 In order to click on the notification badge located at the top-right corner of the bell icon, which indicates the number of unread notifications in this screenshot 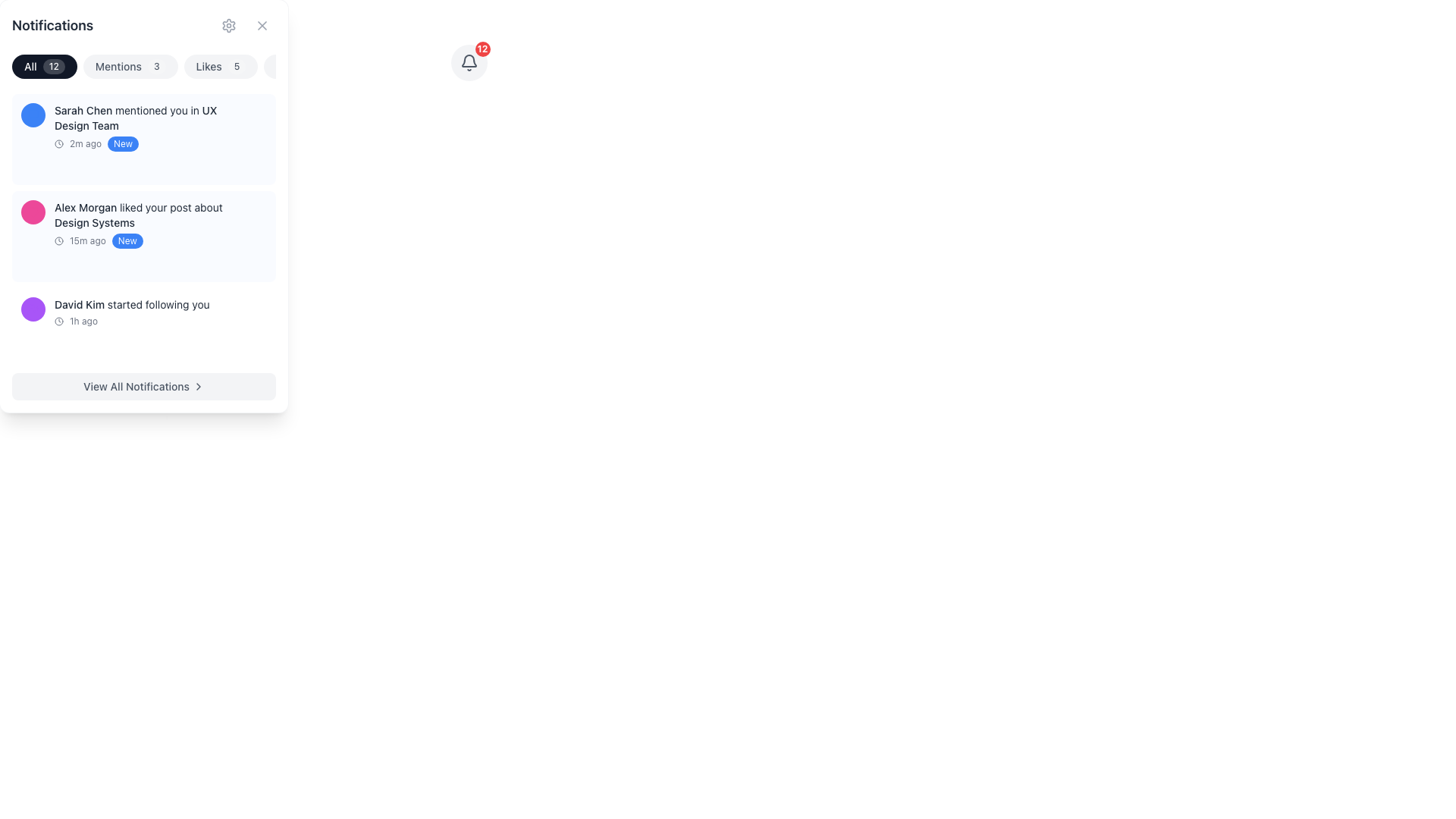, I will do `click(468, 62)`.